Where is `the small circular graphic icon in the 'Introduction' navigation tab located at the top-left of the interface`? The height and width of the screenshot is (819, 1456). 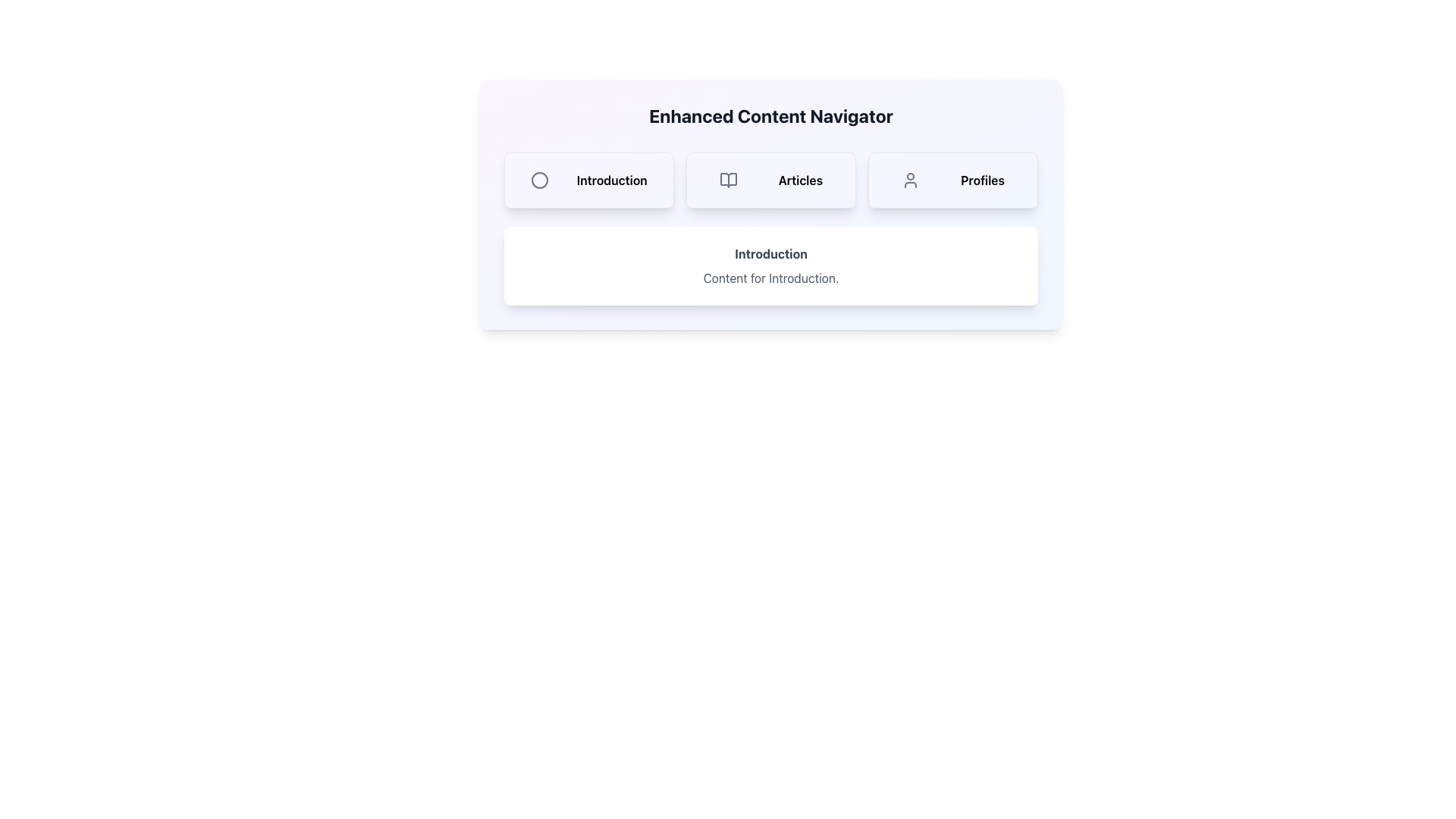 the small circular graphic icon in the 'Introduction' navigation tab located at the top-left of the interface is located at coordinates (540, 180).